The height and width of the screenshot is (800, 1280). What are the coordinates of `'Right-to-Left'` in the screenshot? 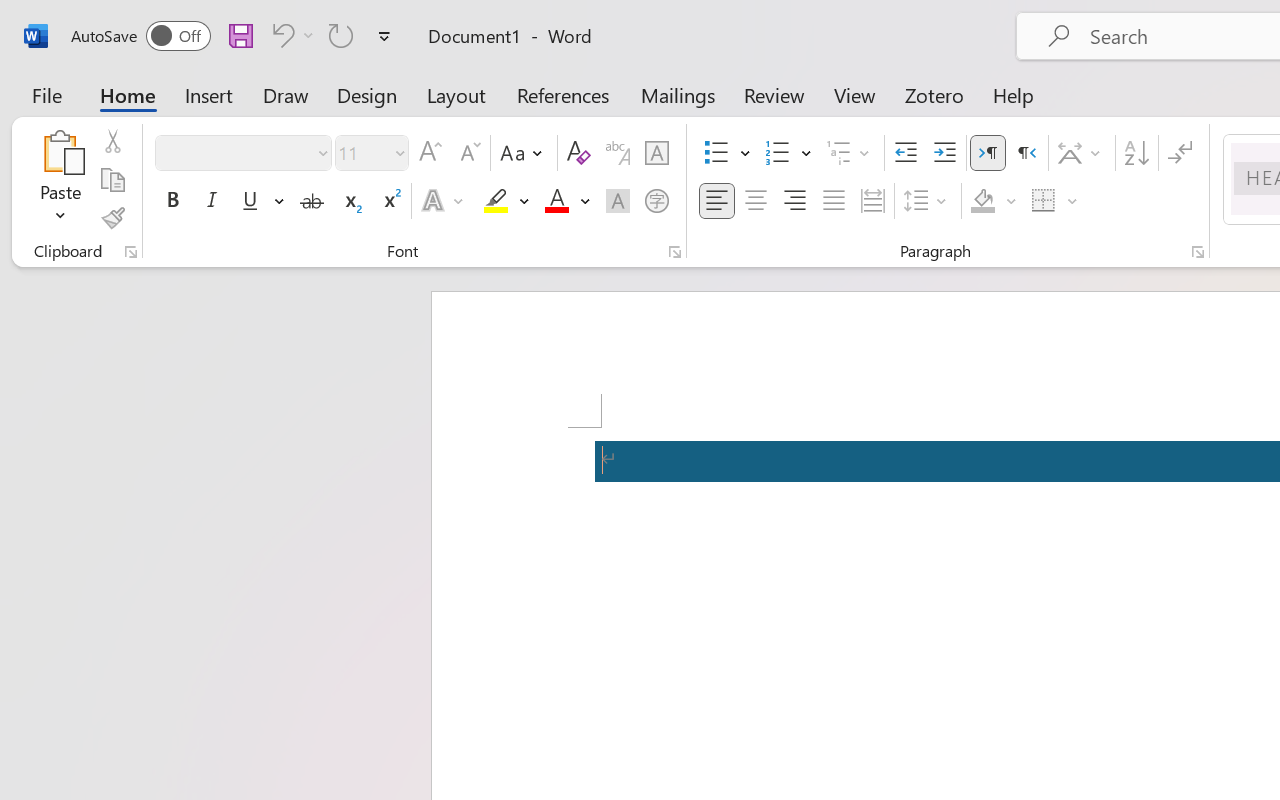 It's located at (1026, 153).